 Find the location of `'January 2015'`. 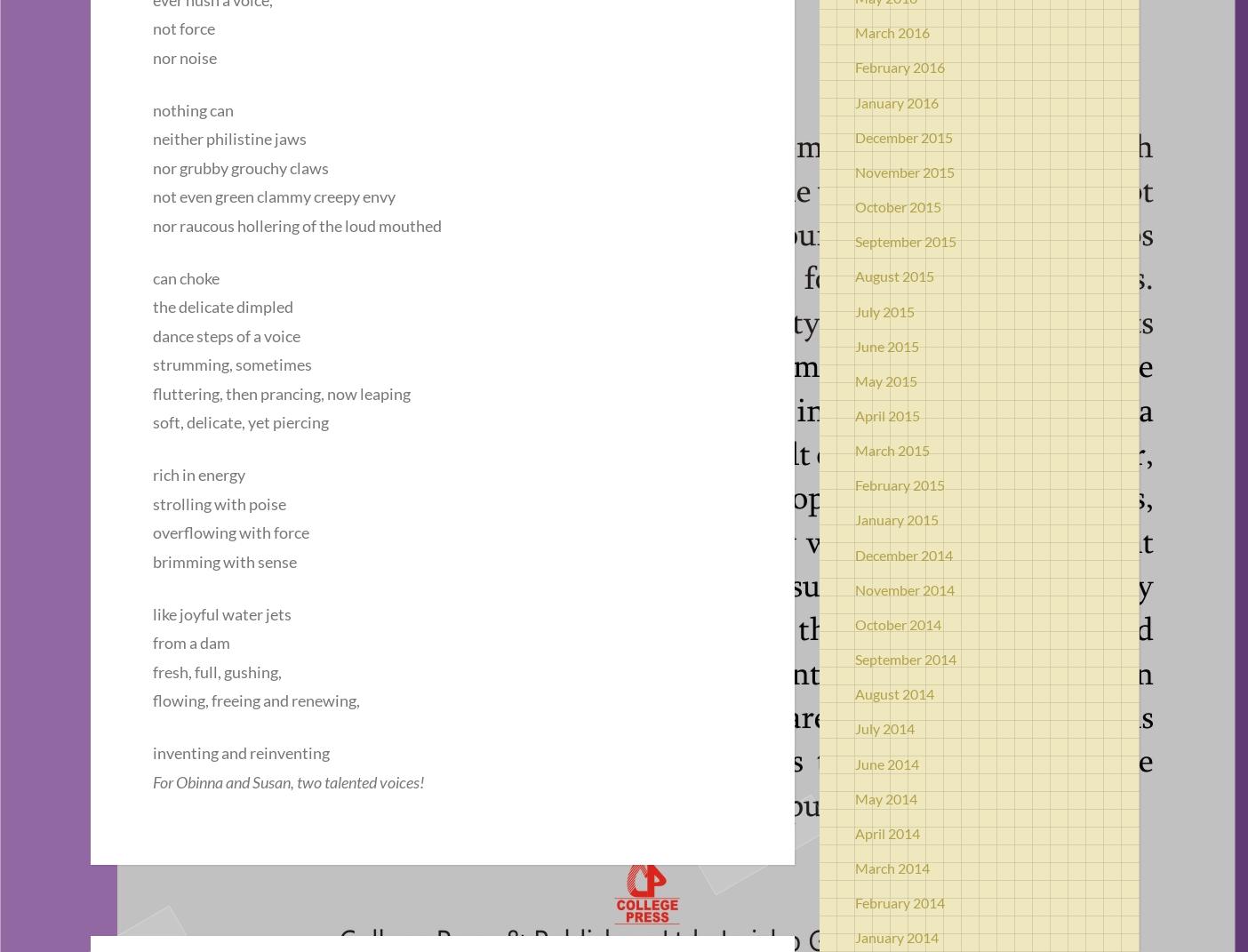

'January 2015' is located at coordinates (897, 519).